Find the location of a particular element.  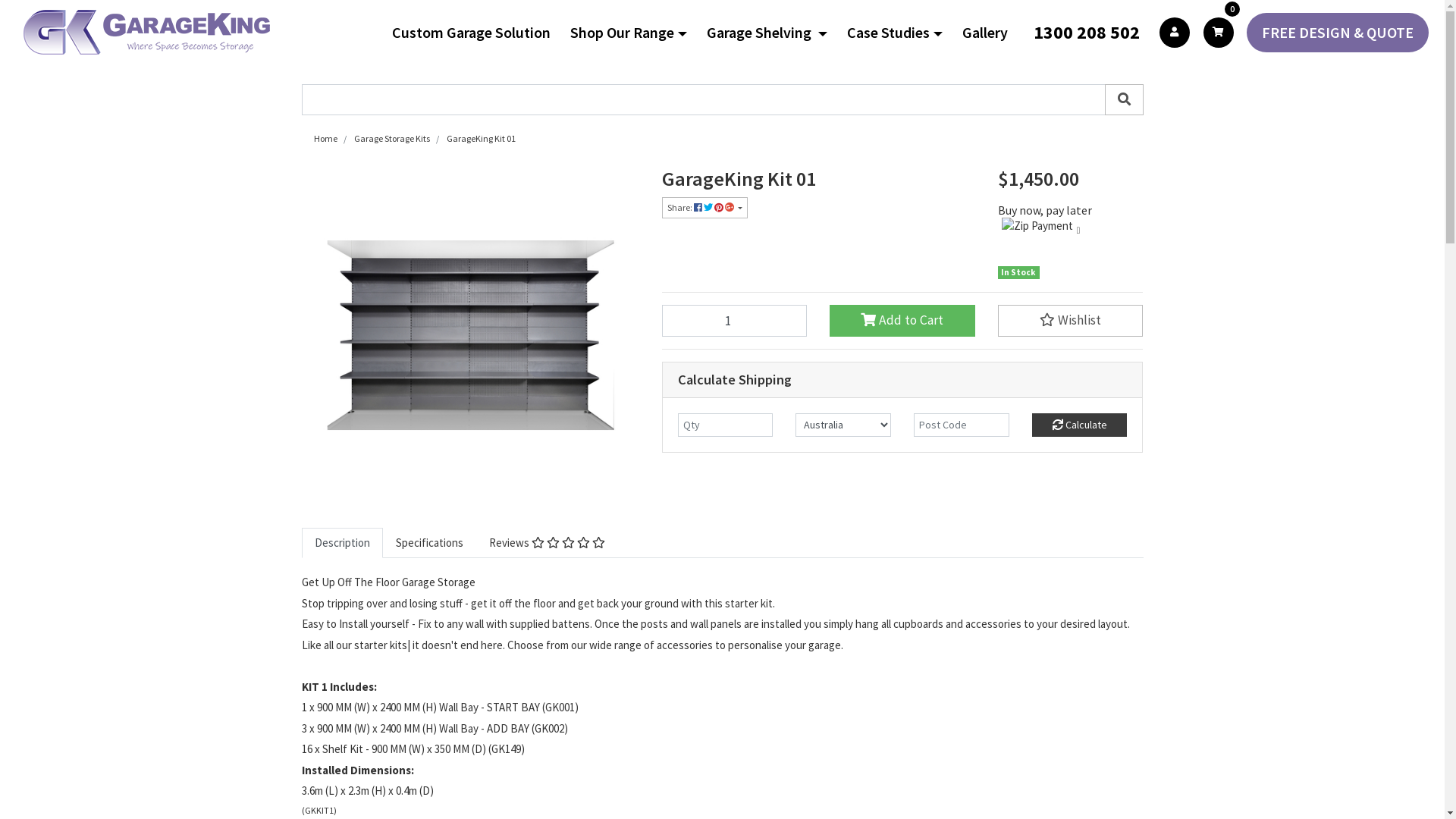

'Specifications' is located at coordinates (428, 542).